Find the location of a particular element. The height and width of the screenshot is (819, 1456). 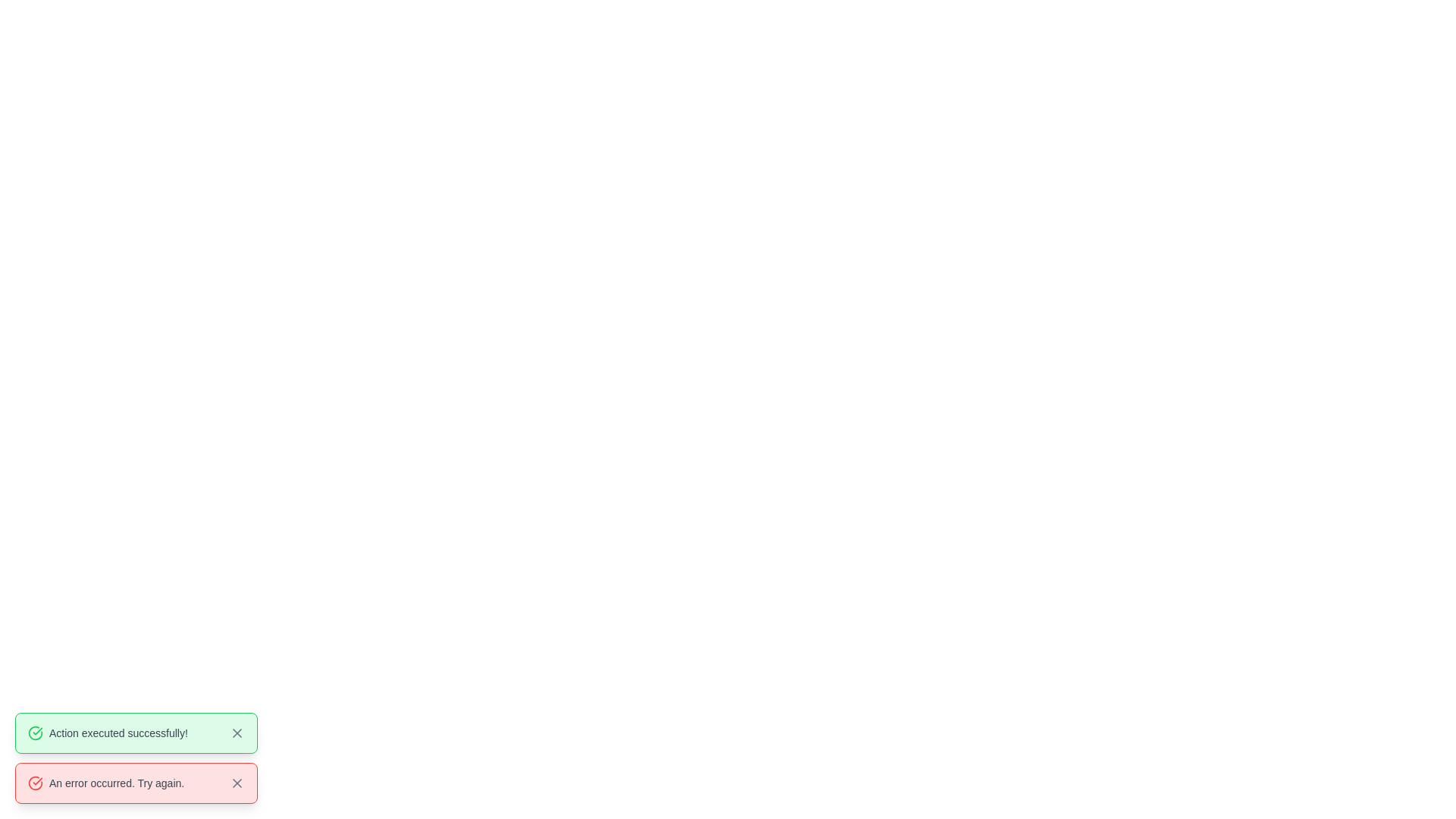

error message from the second notification box located near the bottom-left area of the interface is located at coordinates (136, 783).